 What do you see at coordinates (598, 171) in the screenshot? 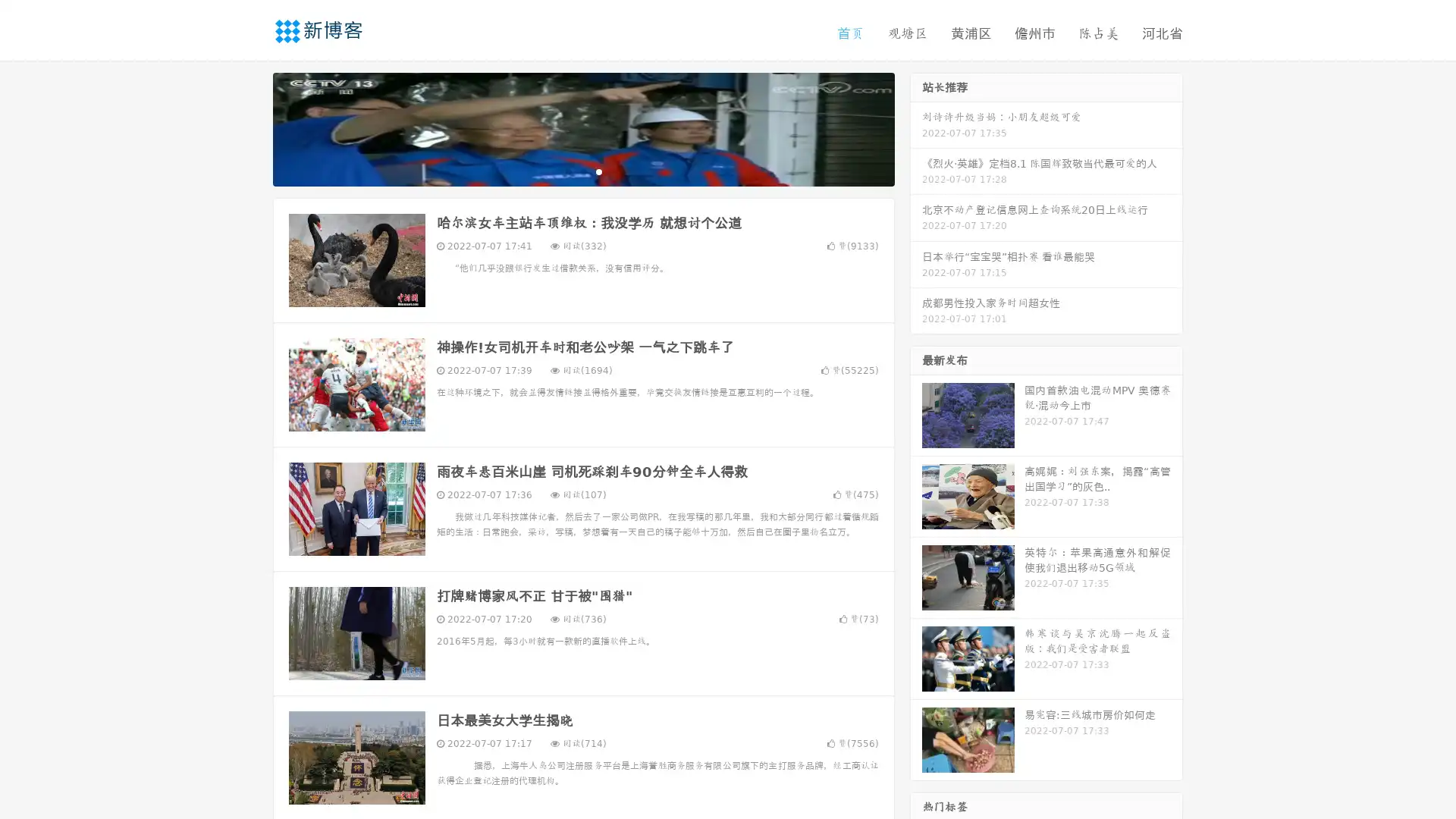
I see `Go to slide 3` at bounding box center [598, 171].